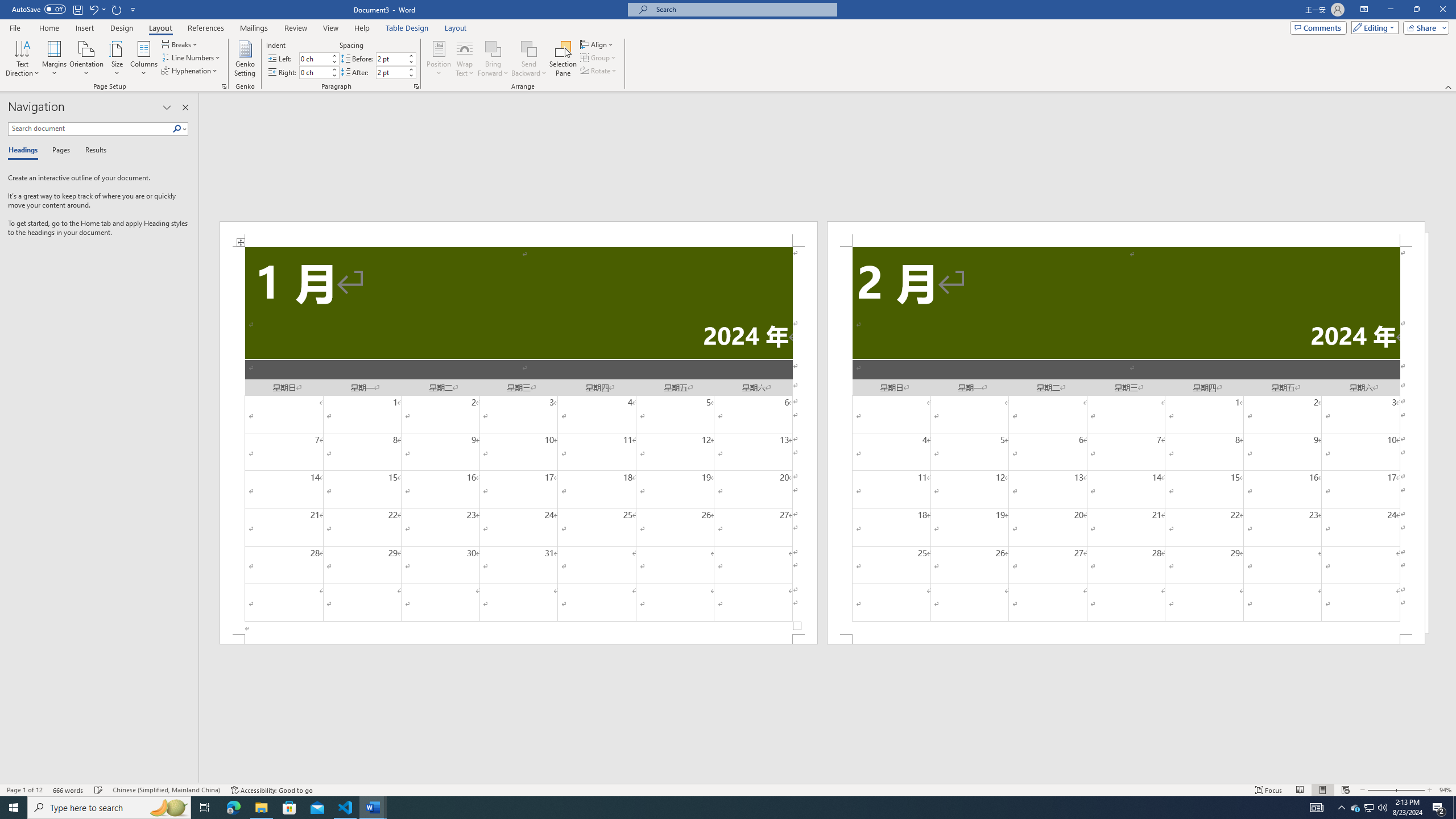 Image resolution: width=1456 pixels, height=819 pixels. I want to click on 'Search document', so click(90, 128).